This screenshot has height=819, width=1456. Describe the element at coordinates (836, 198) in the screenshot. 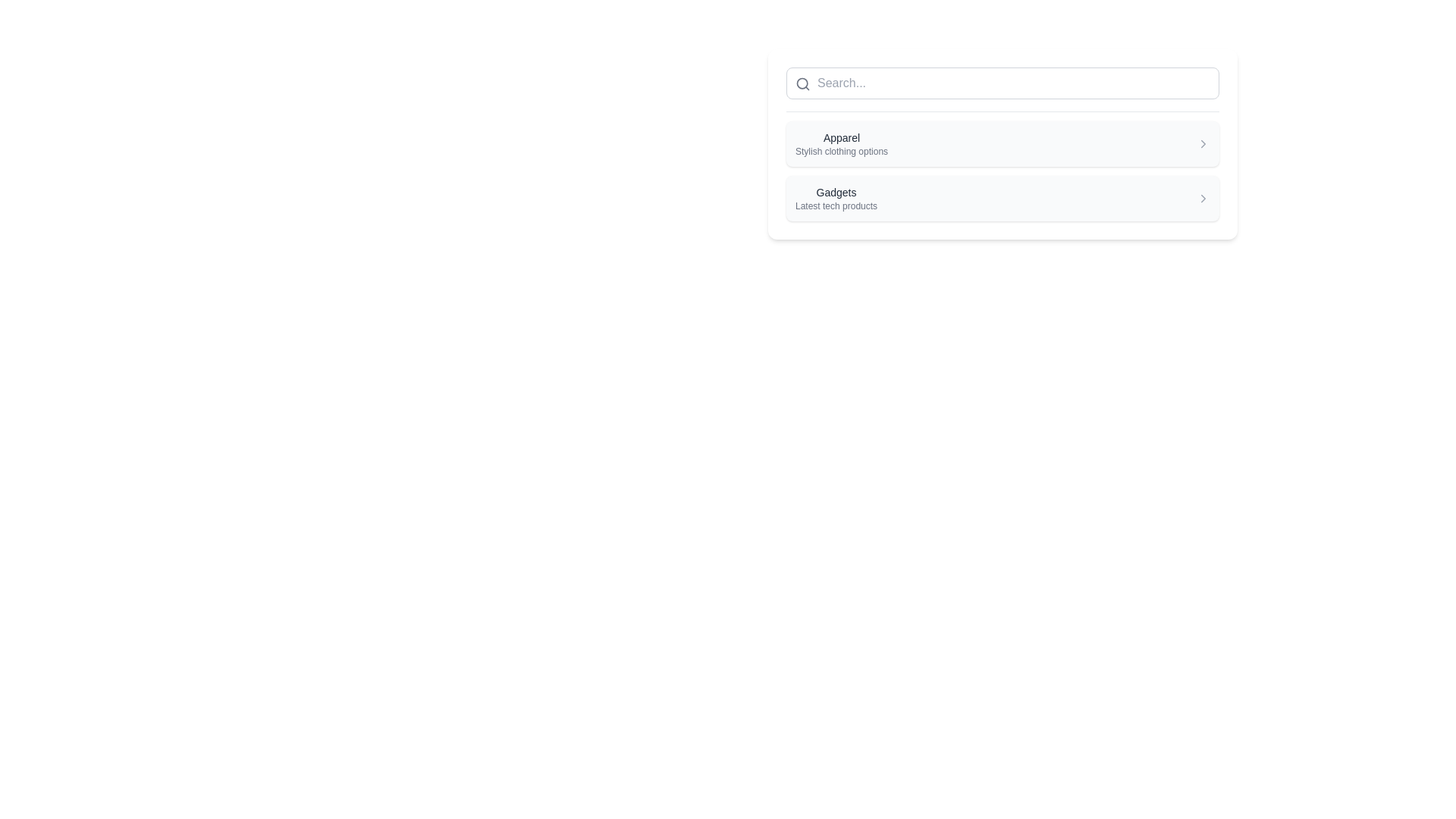

I see `the 'Gadgets' label, which is the second item in the vertically scrollable list below the search bar` at that location.